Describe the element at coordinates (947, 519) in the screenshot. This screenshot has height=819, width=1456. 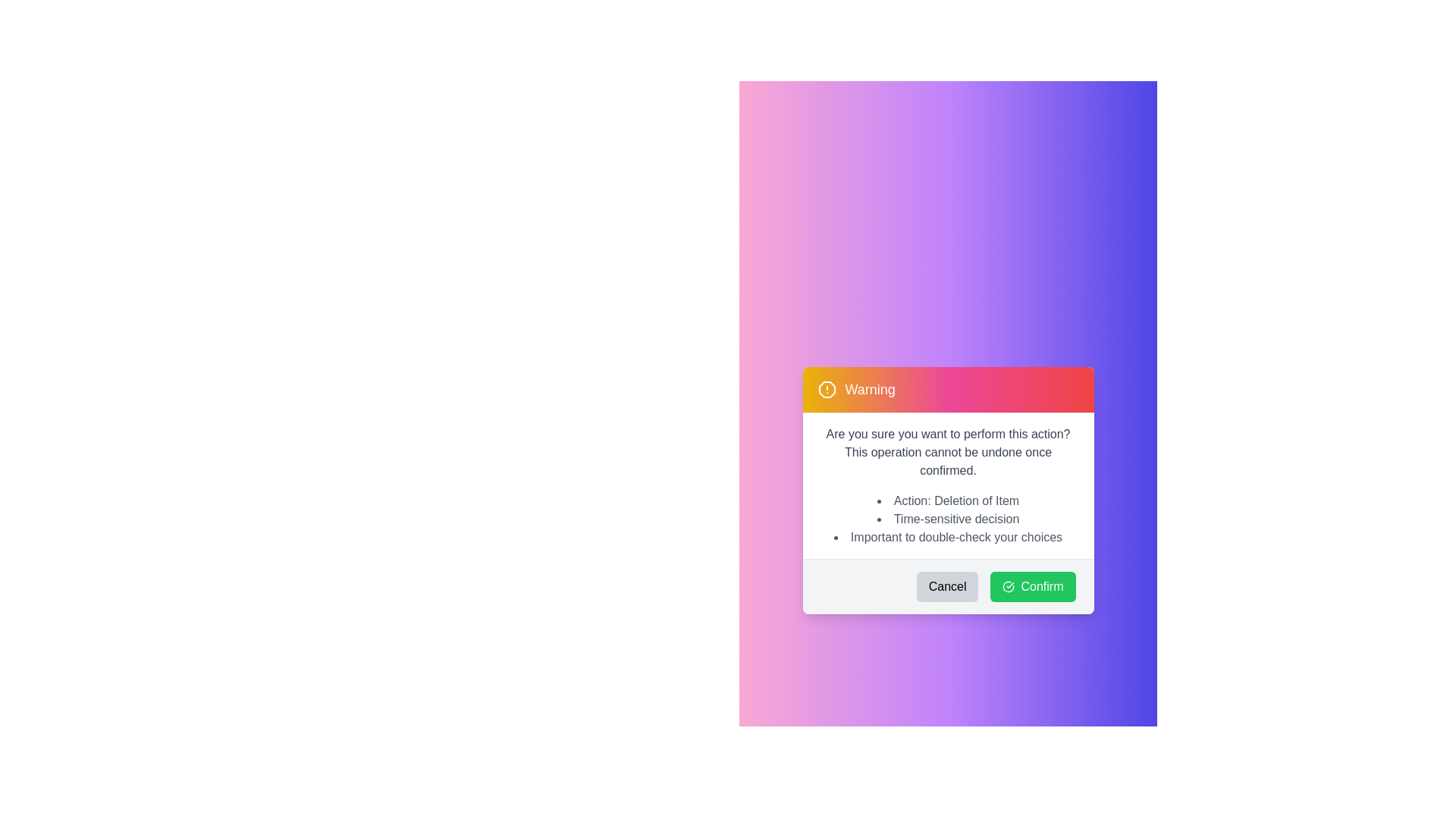
I see `the second static text label in the bulleted list under the warning dialog, which provides contextual information about the urgency of the decision regarding item deletion` at that location.